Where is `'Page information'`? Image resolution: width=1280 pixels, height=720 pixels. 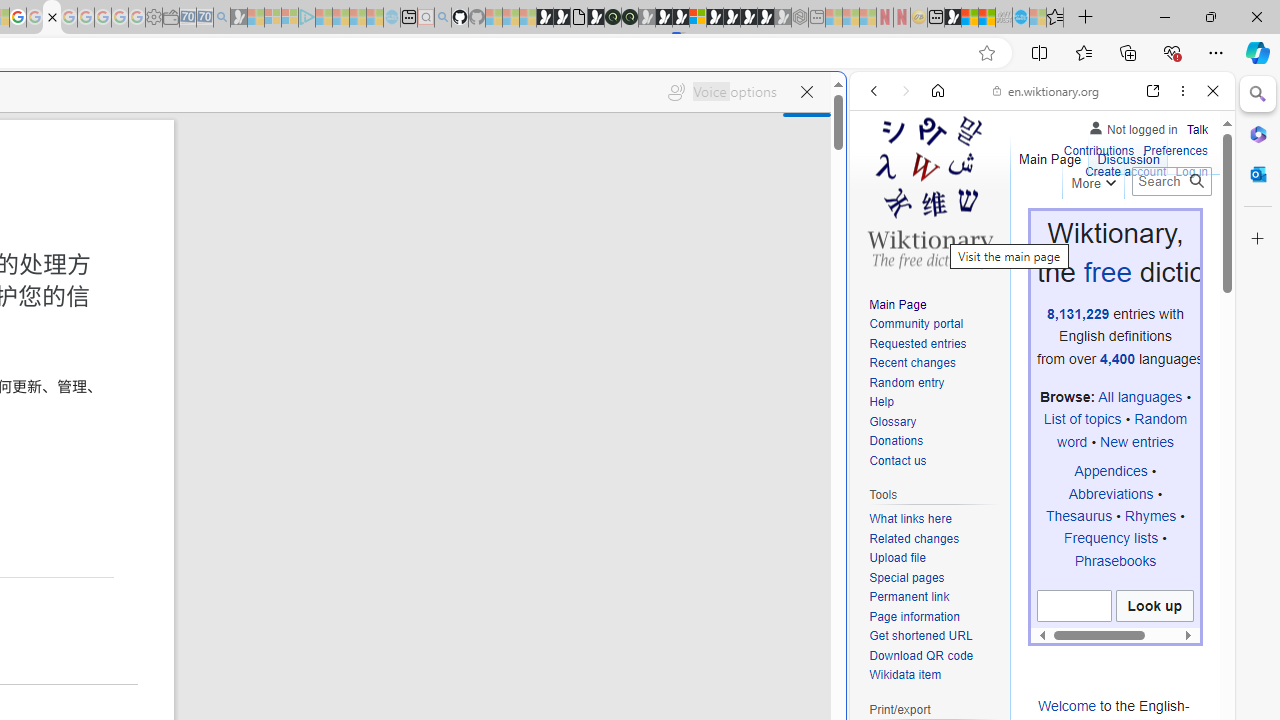 'Page information' is located at coordinates (913, 615).